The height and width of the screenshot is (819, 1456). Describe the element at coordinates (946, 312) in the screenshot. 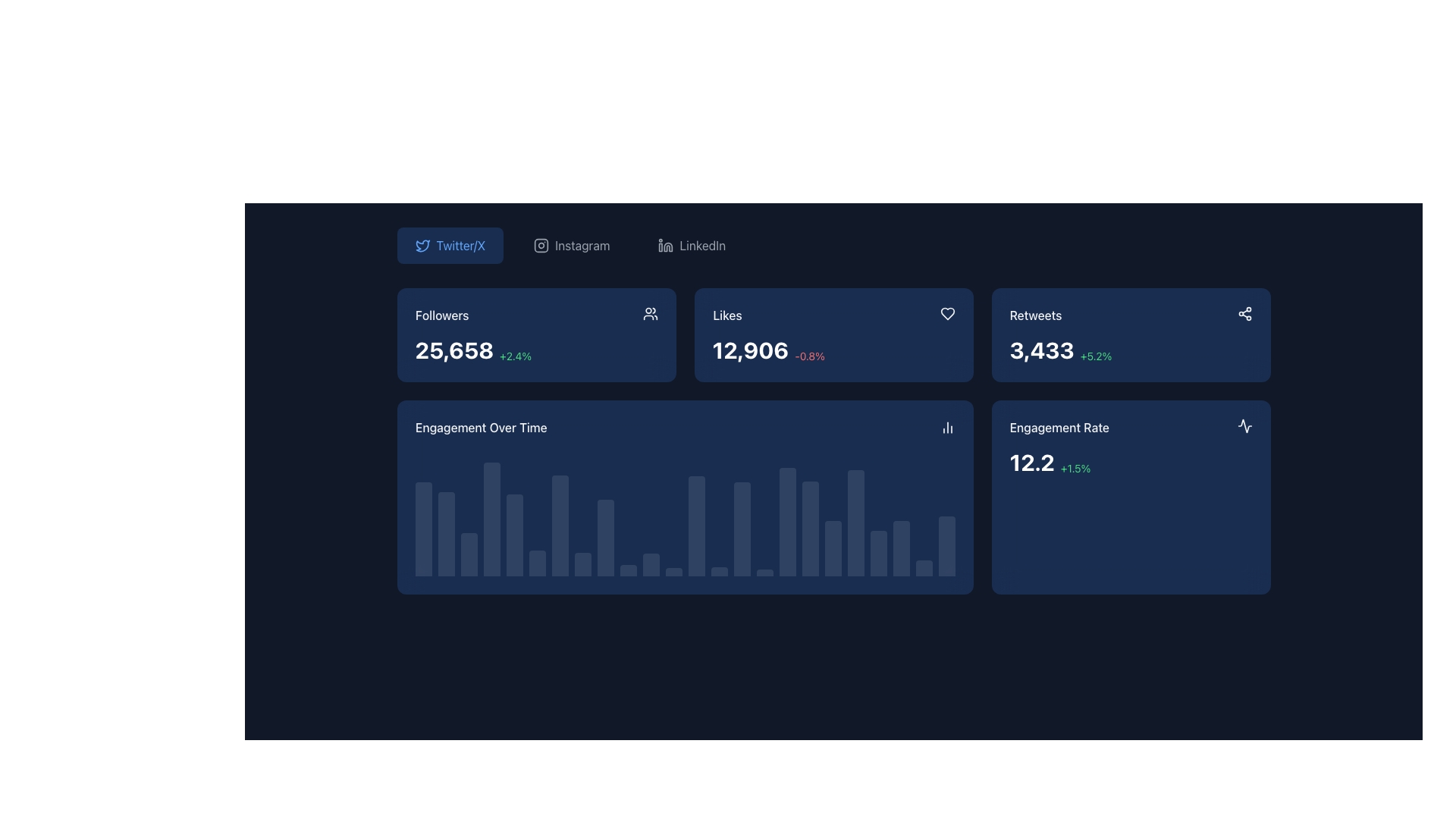

I see `the heart-shaped icon representing the 'Likes' feature, which is located in the top-right corner of the 'Likes' card, near the numerical likes count` at that location.